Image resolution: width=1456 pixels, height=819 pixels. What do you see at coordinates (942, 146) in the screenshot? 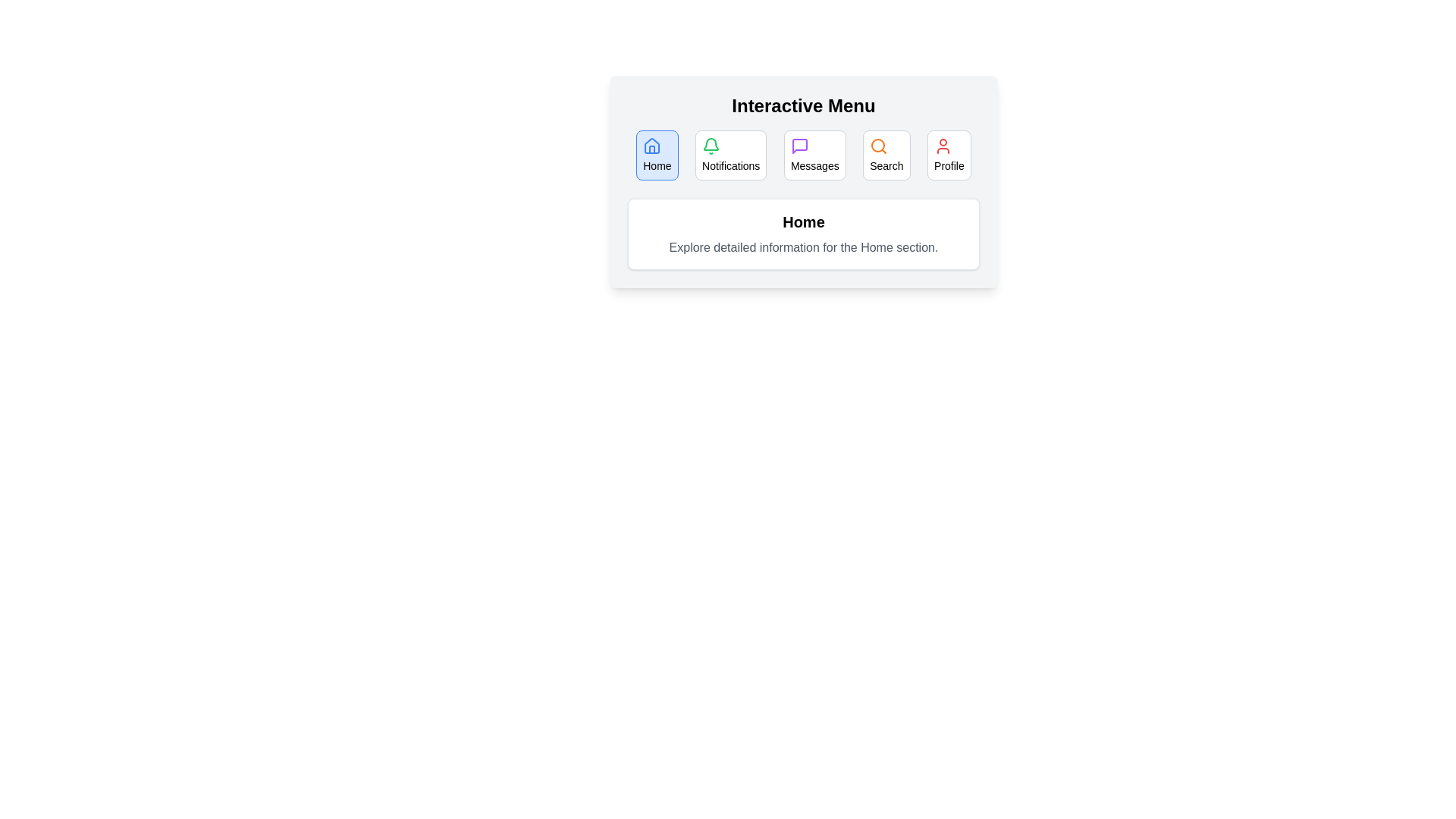
I see `the red user silhouette icon representing the 'Profile' button` at bounding box center [942, 146].